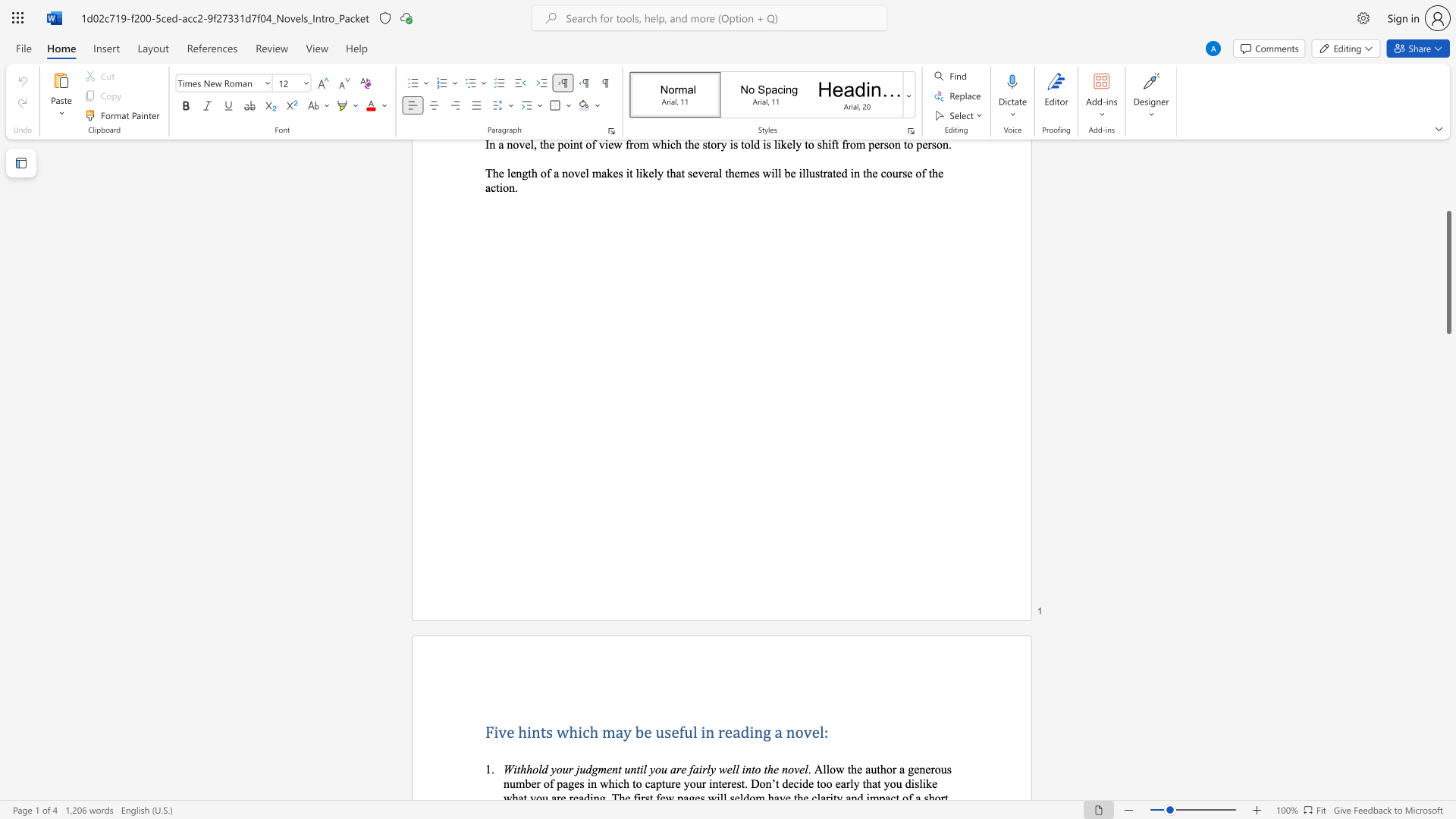 This screenshot has height=819, width=1456. Describe the element at coordinates (1448, 271) in the screenshot. I see `the scrollbar and move up 290 pixels` at that location.